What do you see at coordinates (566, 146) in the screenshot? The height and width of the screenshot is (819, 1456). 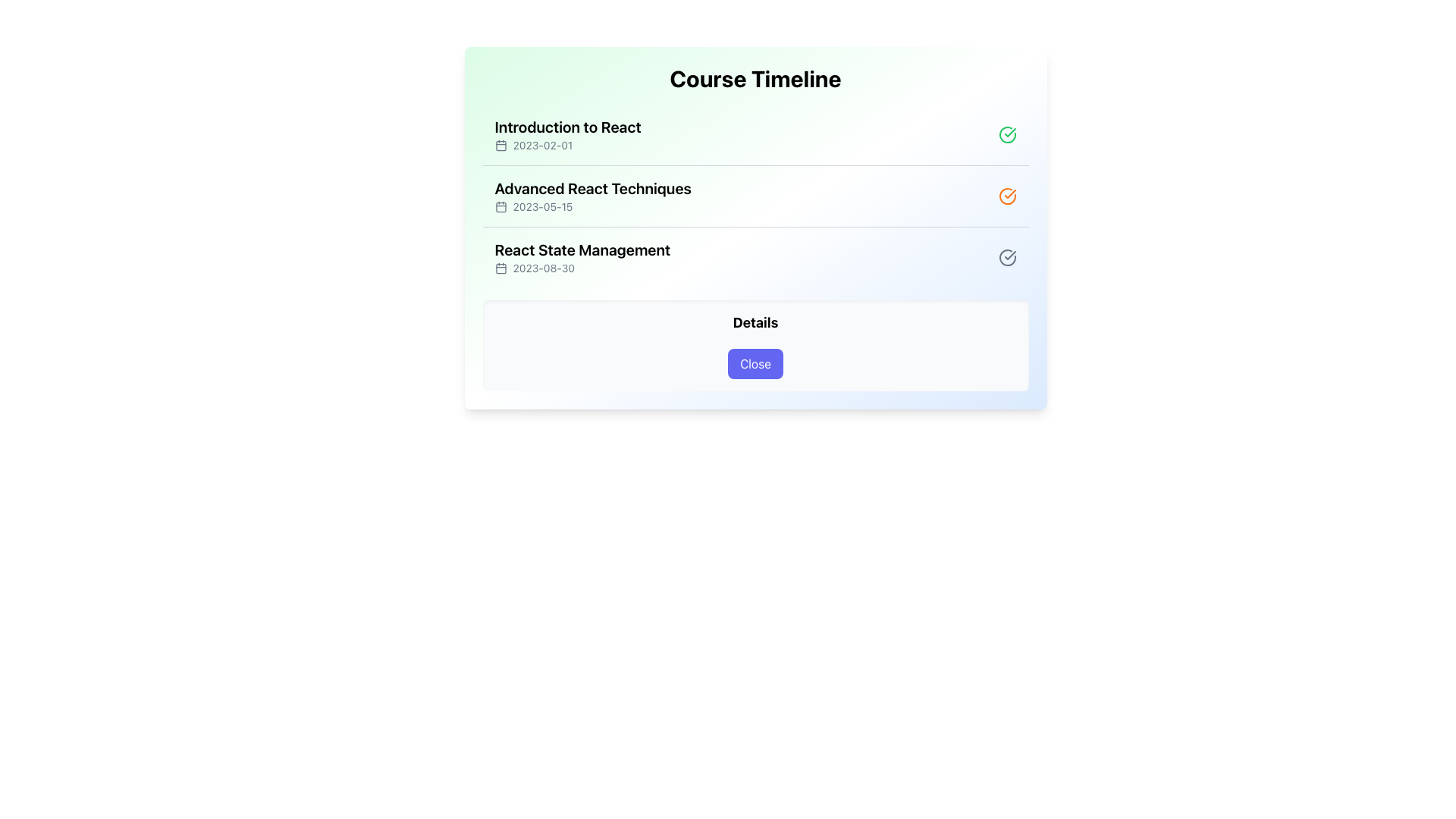 I see `date text label '2023-02-01' located below 'Introduction to React' in the 'Course Timeline' section` at bounding box center [566, 146].